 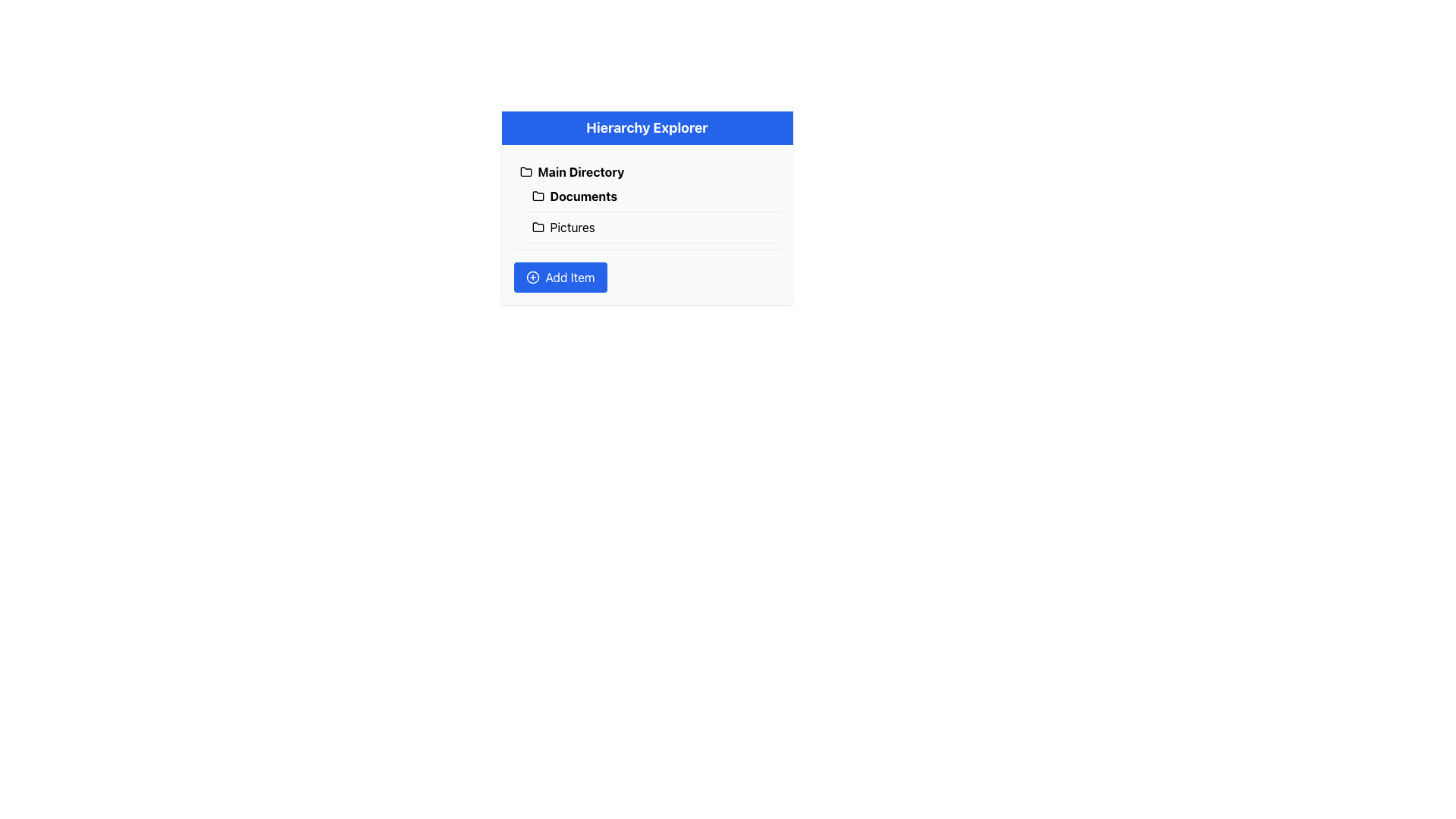 What do you see at coordinates (653, 196) in the screenshot?
I see `the 'Documents' list item` at bounding box center [653, 196].